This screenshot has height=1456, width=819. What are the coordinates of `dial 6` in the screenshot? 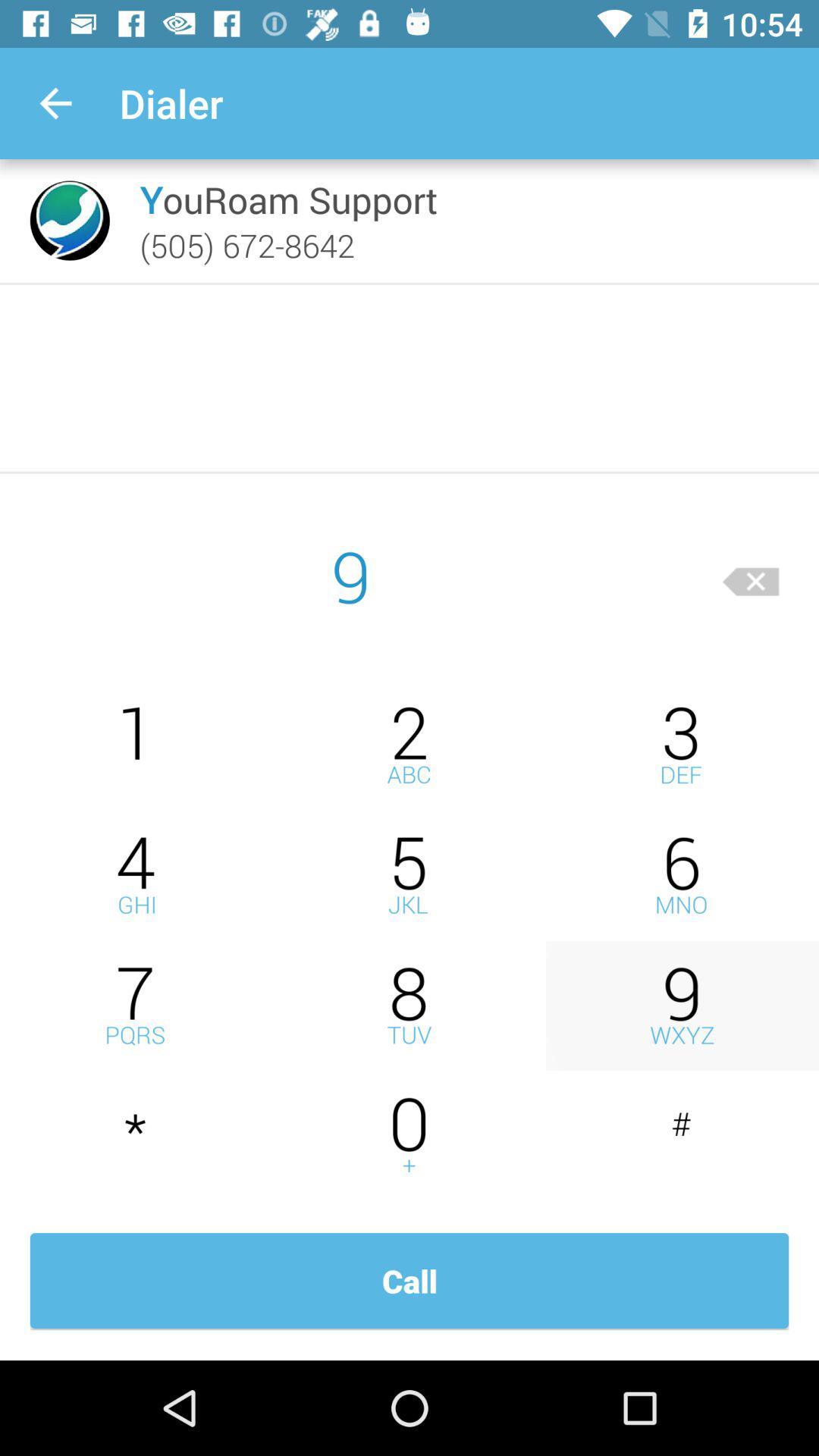 It's located at (681, 875).